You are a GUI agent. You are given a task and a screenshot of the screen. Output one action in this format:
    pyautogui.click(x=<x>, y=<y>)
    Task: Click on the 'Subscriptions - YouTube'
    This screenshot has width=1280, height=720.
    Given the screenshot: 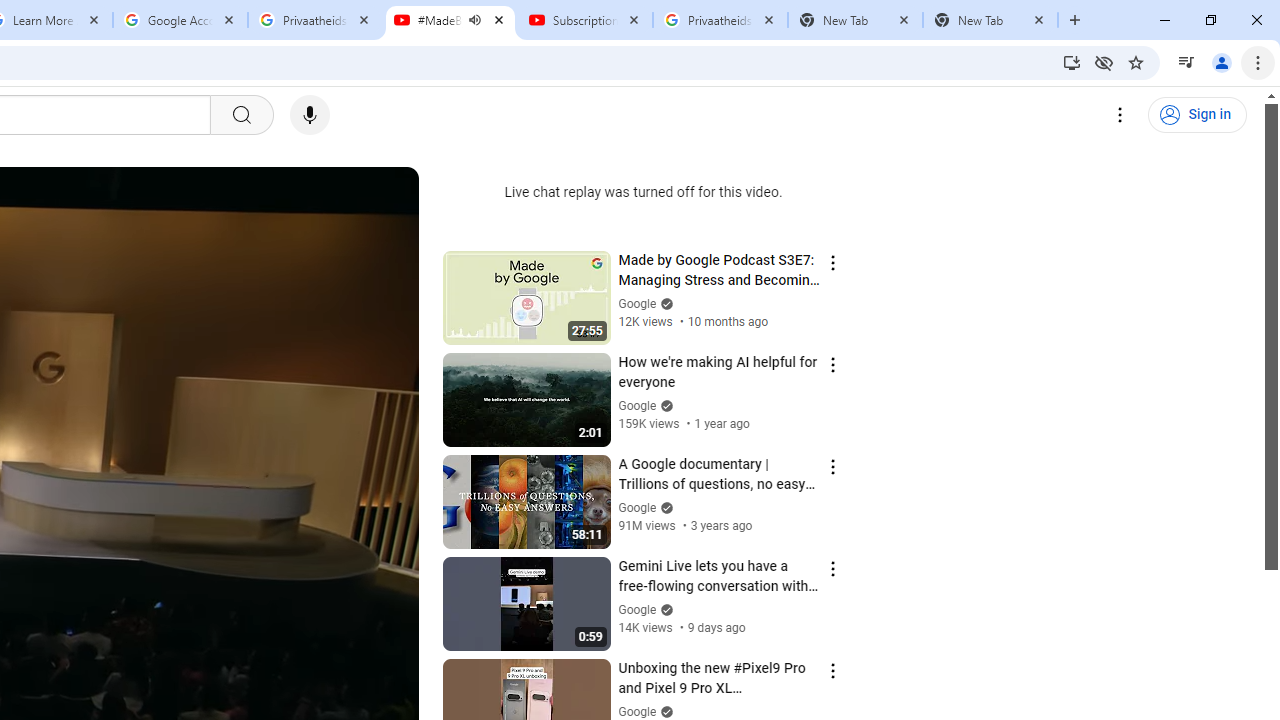 What is the action you would take?
    pyautogui.click(x=584, y=20)
    